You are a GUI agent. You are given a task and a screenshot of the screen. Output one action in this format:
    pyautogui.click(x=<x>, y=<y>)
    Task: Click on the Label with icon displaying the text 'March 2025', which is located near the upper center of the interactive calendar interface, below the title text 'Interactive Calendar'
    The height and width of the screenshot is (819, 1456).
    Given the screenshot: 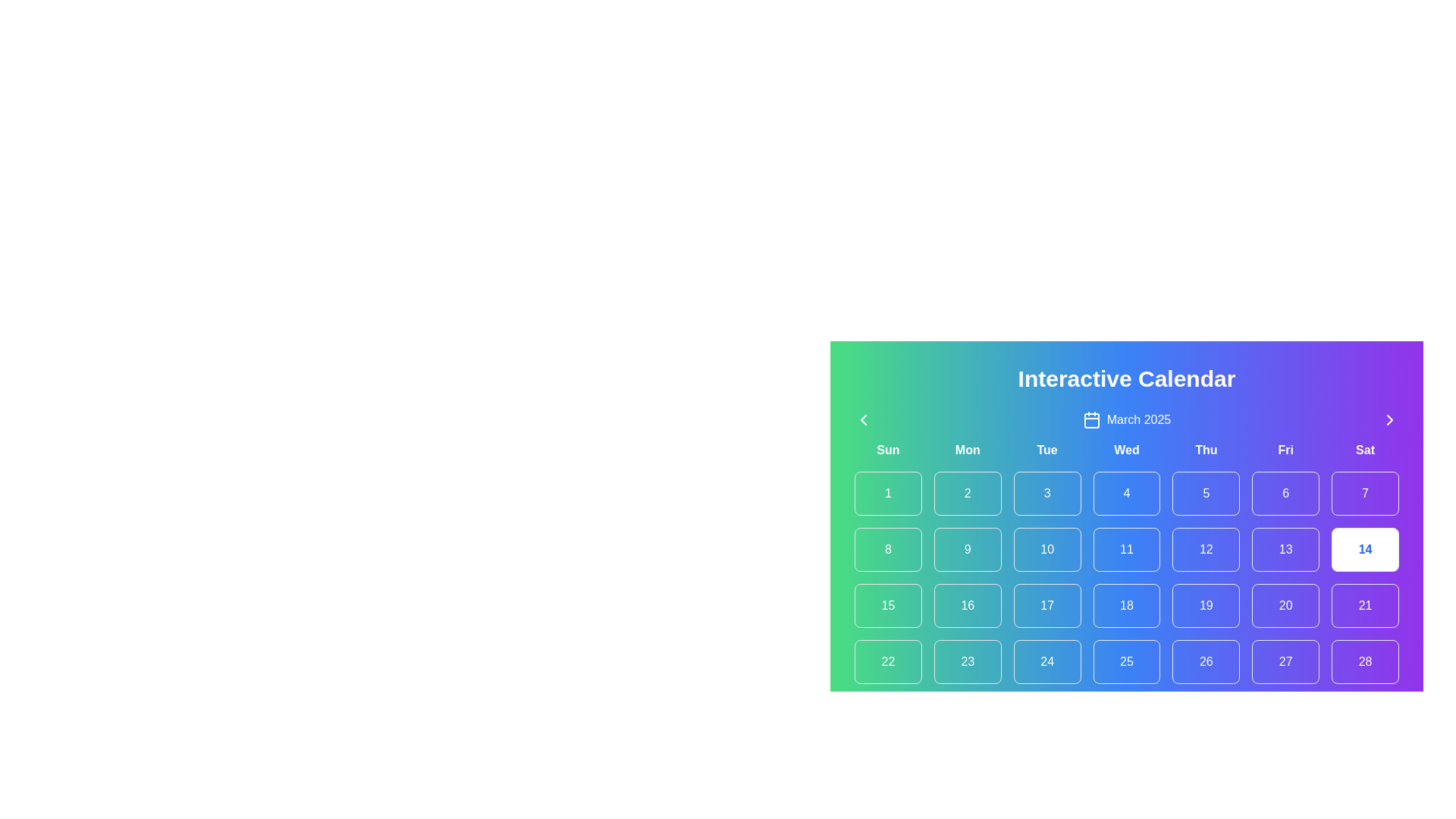 What is the action you would take?
    pyautogui.click(x=1127, y=420)
    